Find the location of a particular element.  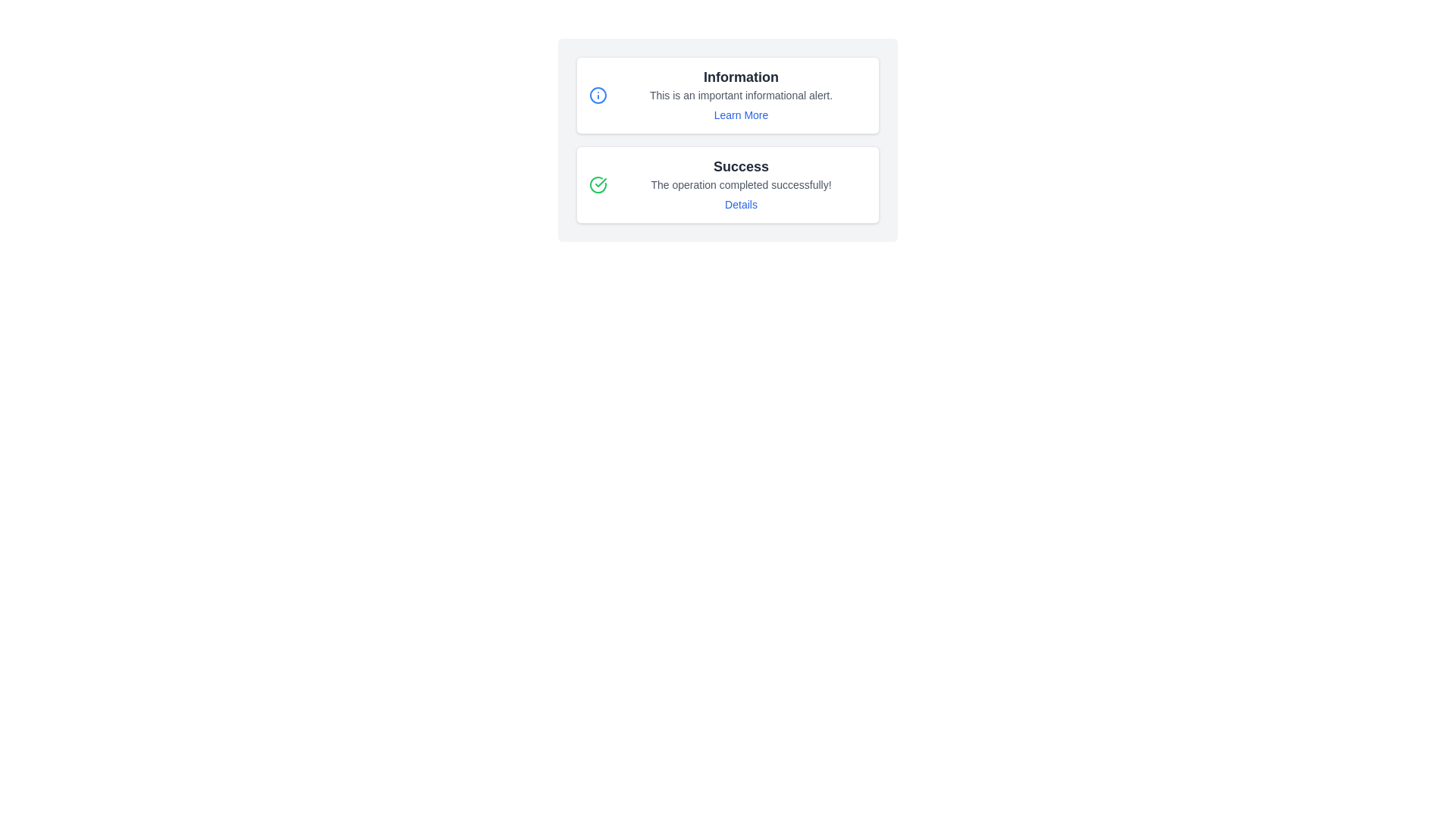

the Notification Box with a white background, rounded corners, gray border, green icon, bold title 'Success', description 'The operation completed successfully!', and blue link 'Details' is located at coordinates (726, 184).